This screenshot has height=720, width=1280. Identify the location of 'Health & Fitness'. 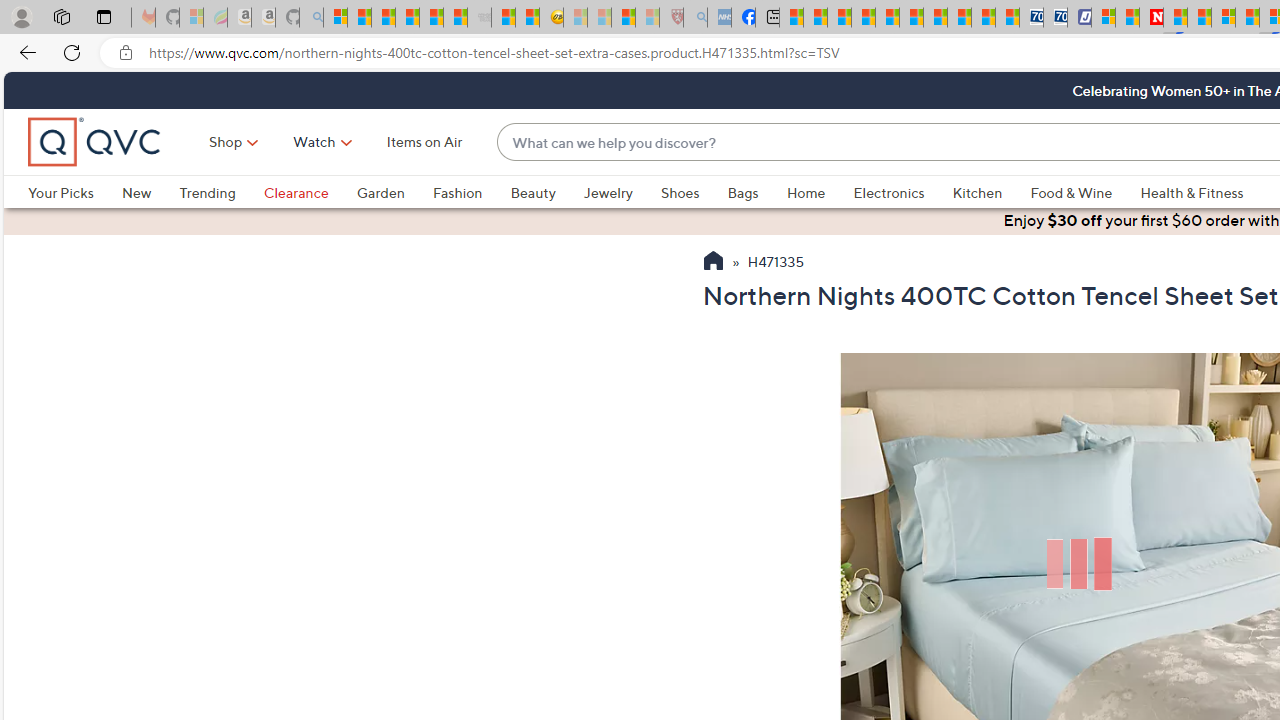
(1197, 192).